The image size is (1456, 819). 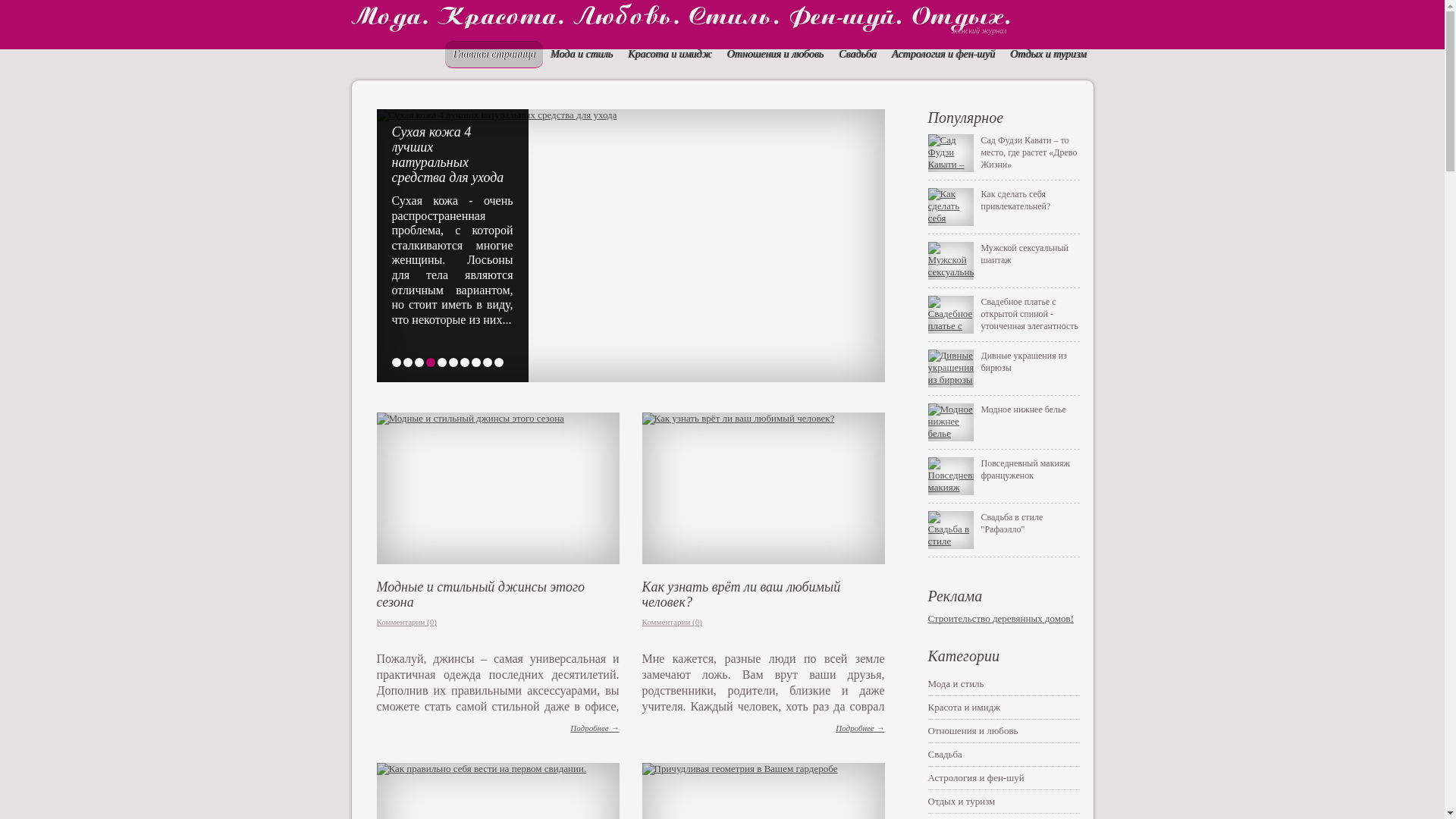 What do you see at coordinates (498, 362) in the screenshot?
I see `'10'` at bounding box center [498, 362].